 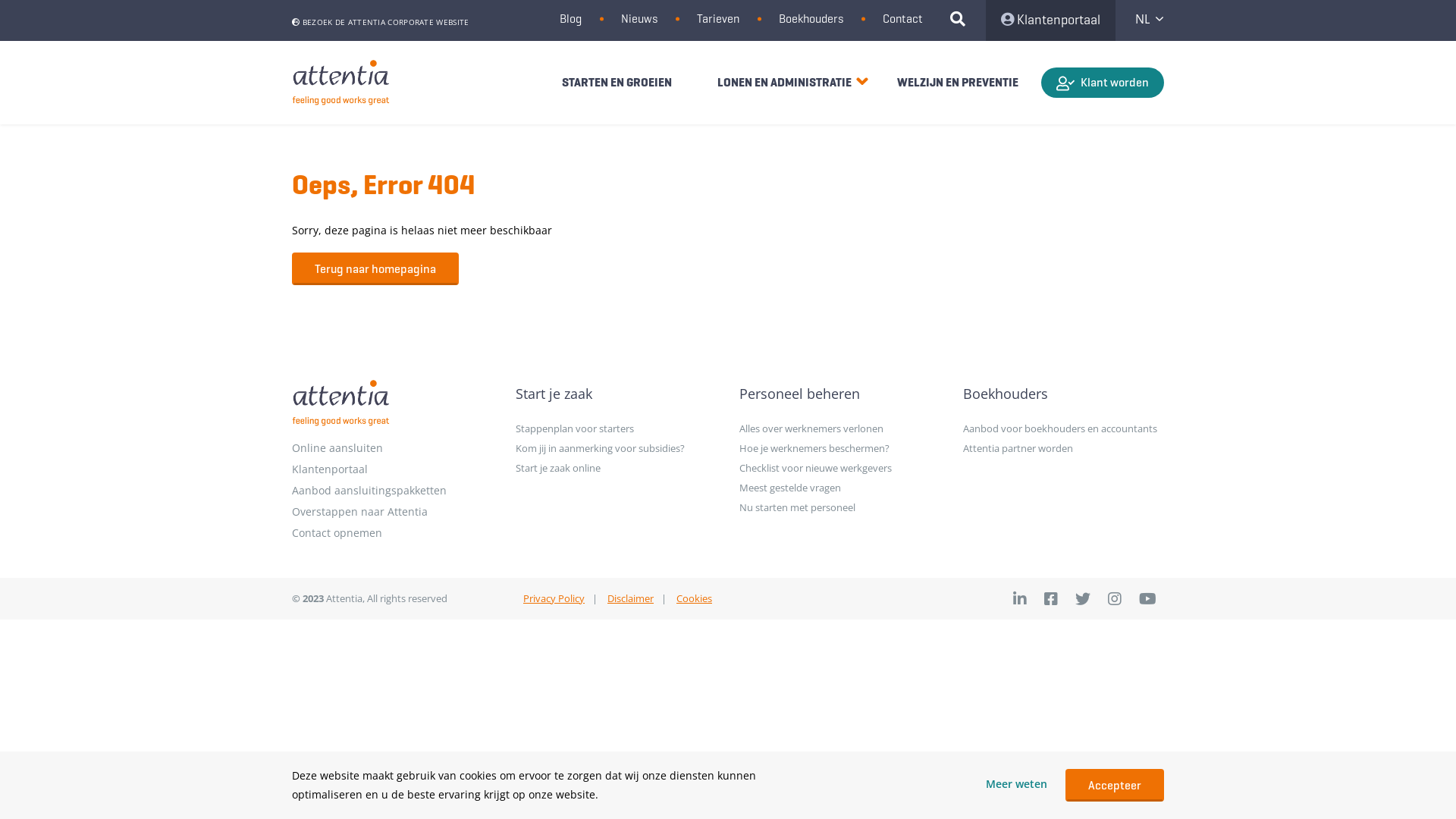 I want to click on 'BEZOEK DE ATTENTIA CORPORATE WEBSITE', so click(x=380, y=22).